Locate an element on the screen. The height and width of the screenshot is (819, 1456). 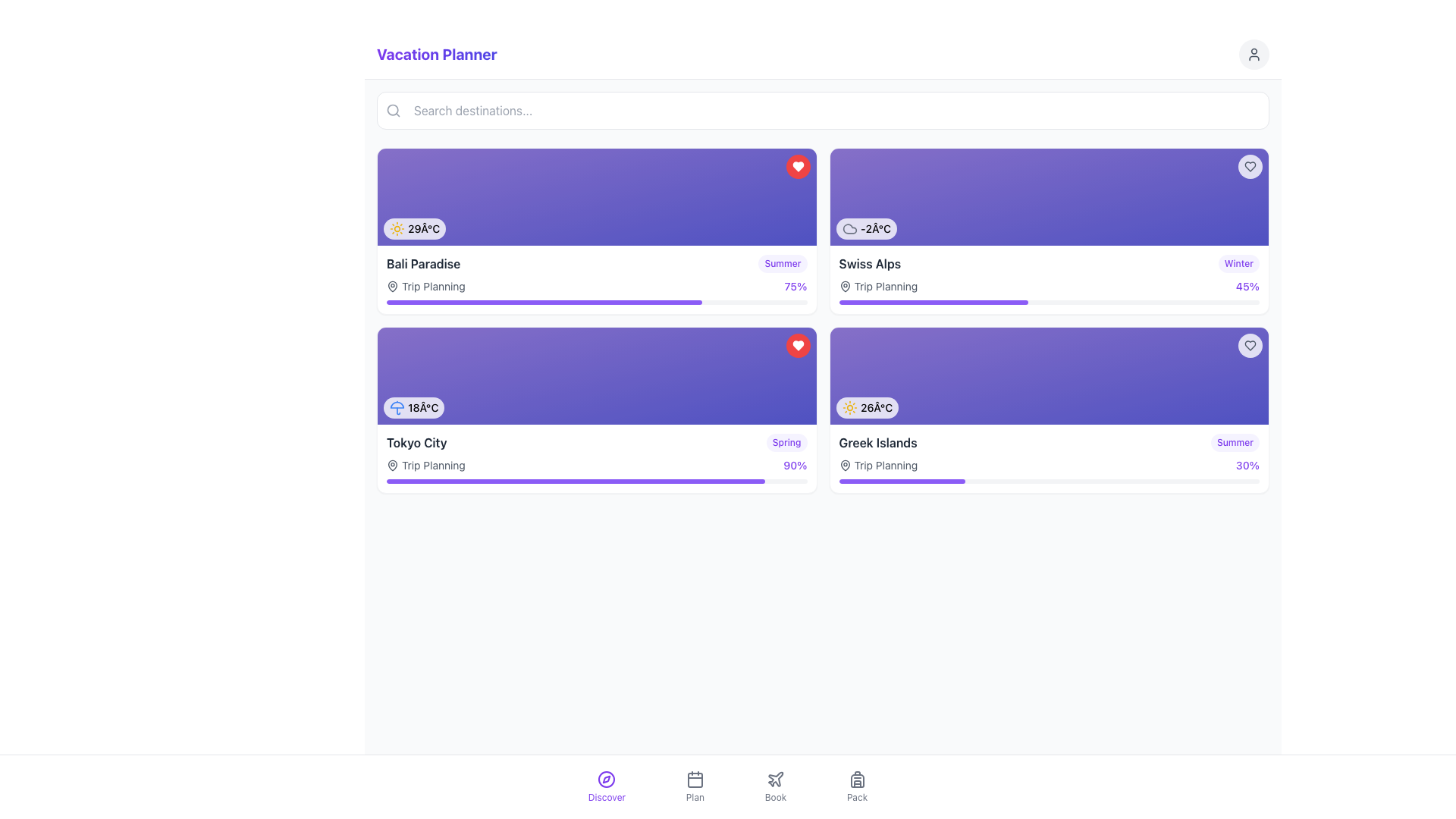
the 'Trip Planning' text label with a location pin icon, which is styled in light gray and located within the 'Bali Paradise' card, positioned just below the title and above the progress bar is located at coordinates (425, 287).